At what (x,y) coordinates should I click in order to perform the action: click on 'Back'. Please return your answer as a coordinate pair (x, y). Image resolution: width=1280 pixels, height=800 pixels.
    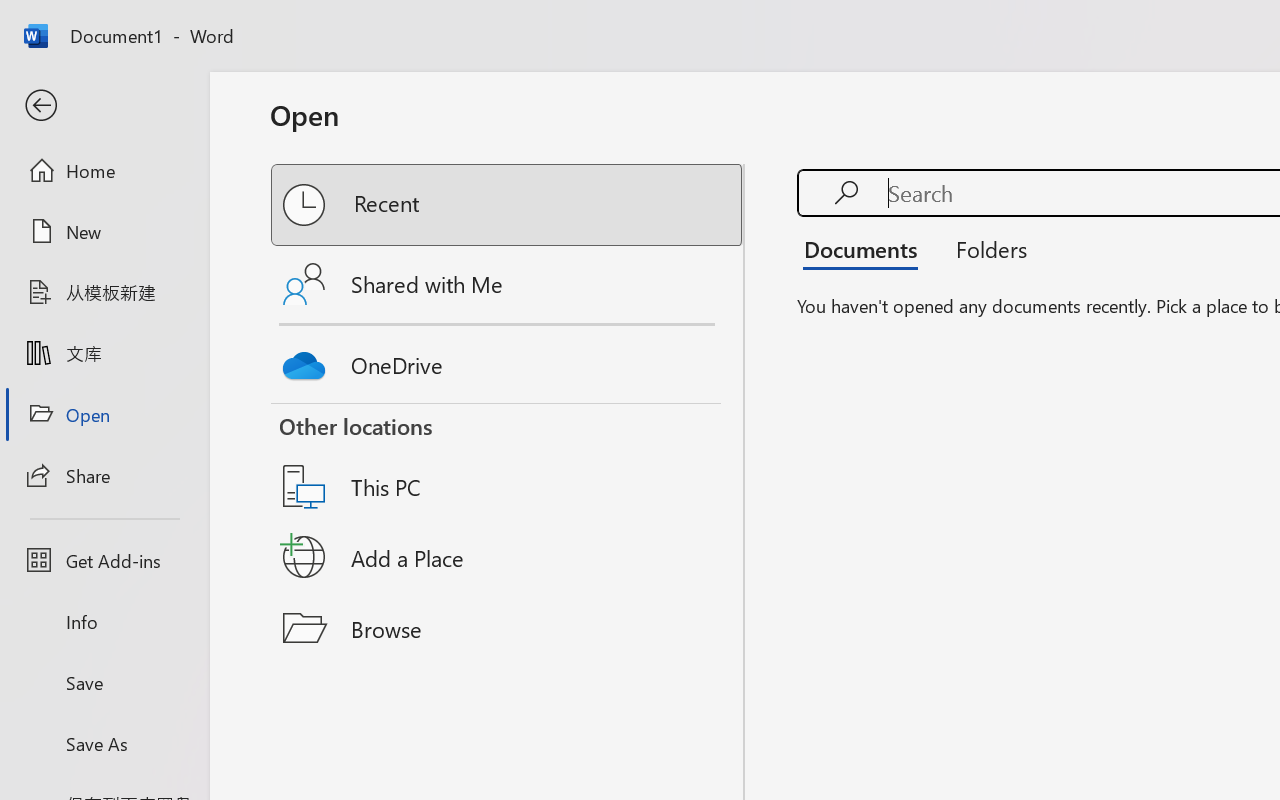
    Looking at the image, I should click on (103, 105).